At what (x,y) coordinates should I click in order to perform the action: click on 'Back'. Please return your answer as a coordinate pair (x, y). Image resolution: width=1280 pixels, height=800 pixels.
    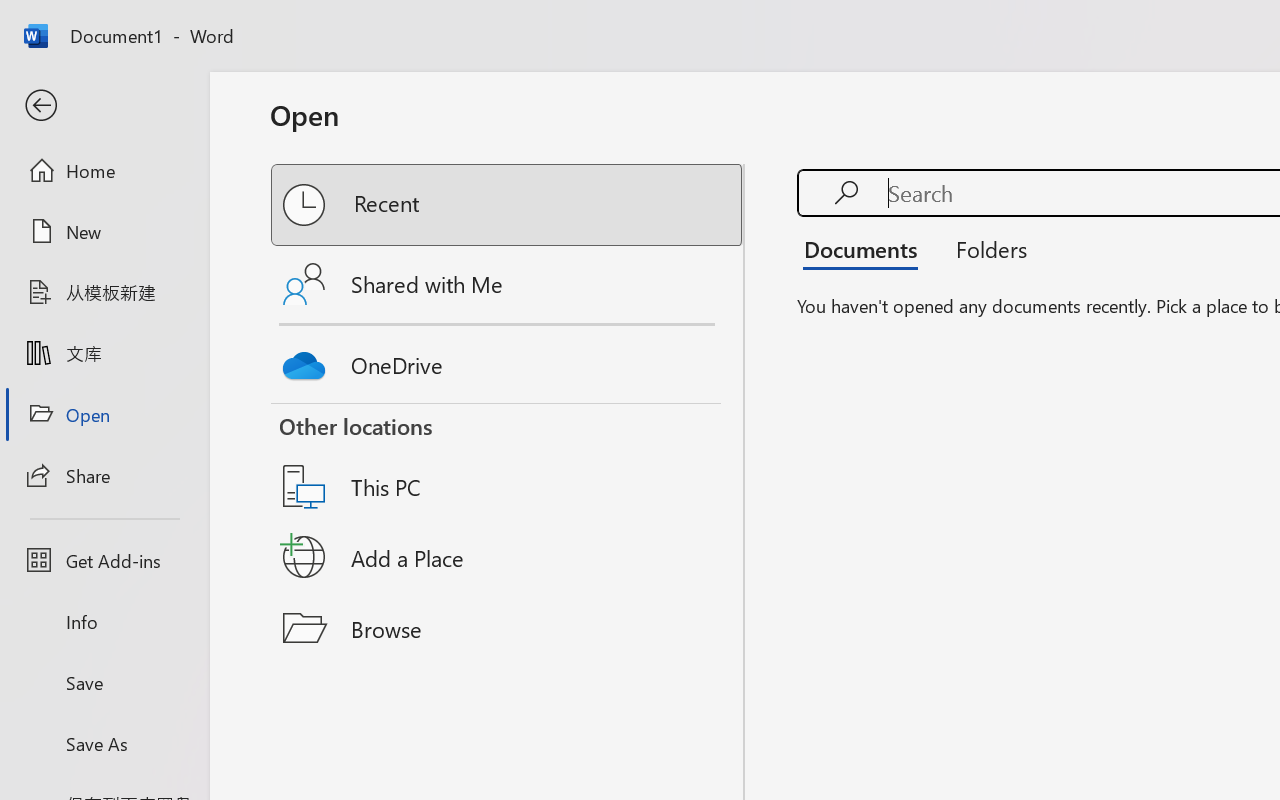
    Looking at the image, I should click on (103, 105).